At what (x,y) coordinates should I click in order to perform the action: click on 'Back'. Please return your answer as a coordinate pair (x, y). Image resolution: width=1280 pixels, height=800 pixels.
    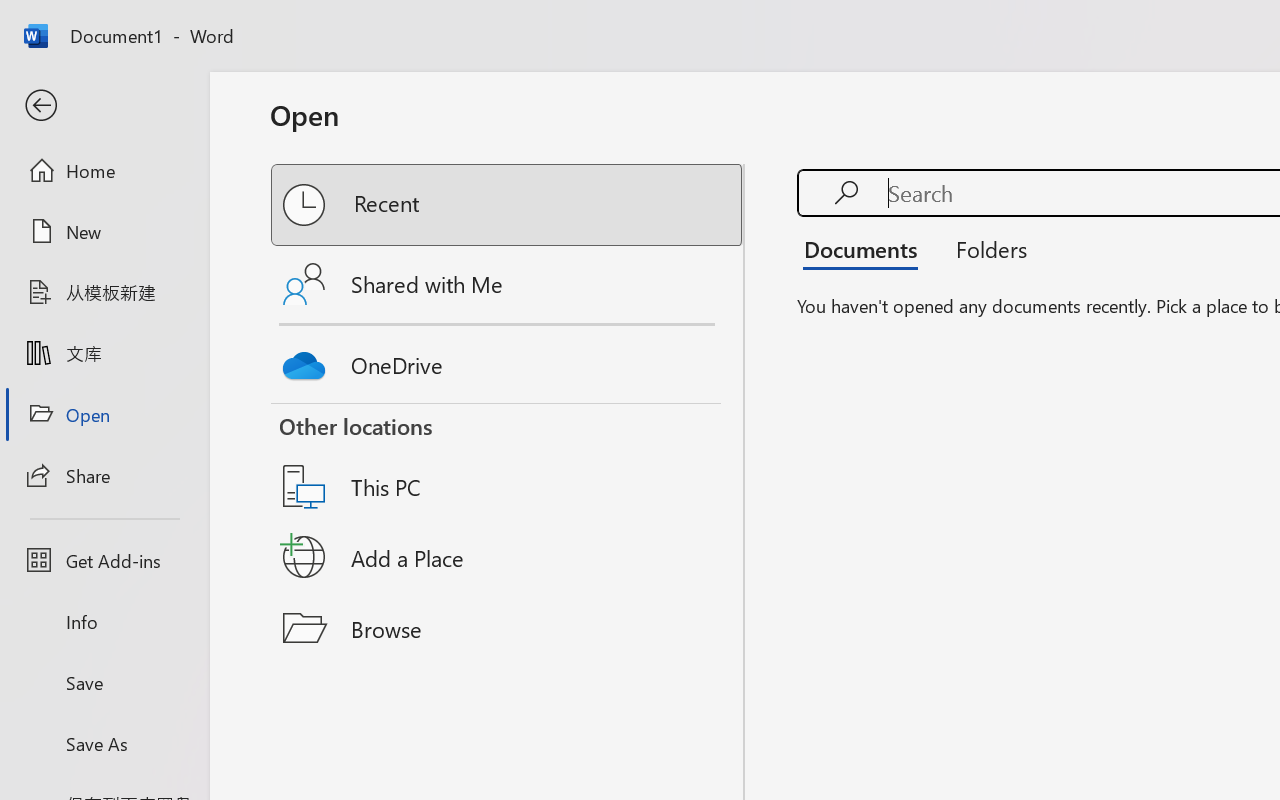
    Looking at the image, I should click on (103, 105).